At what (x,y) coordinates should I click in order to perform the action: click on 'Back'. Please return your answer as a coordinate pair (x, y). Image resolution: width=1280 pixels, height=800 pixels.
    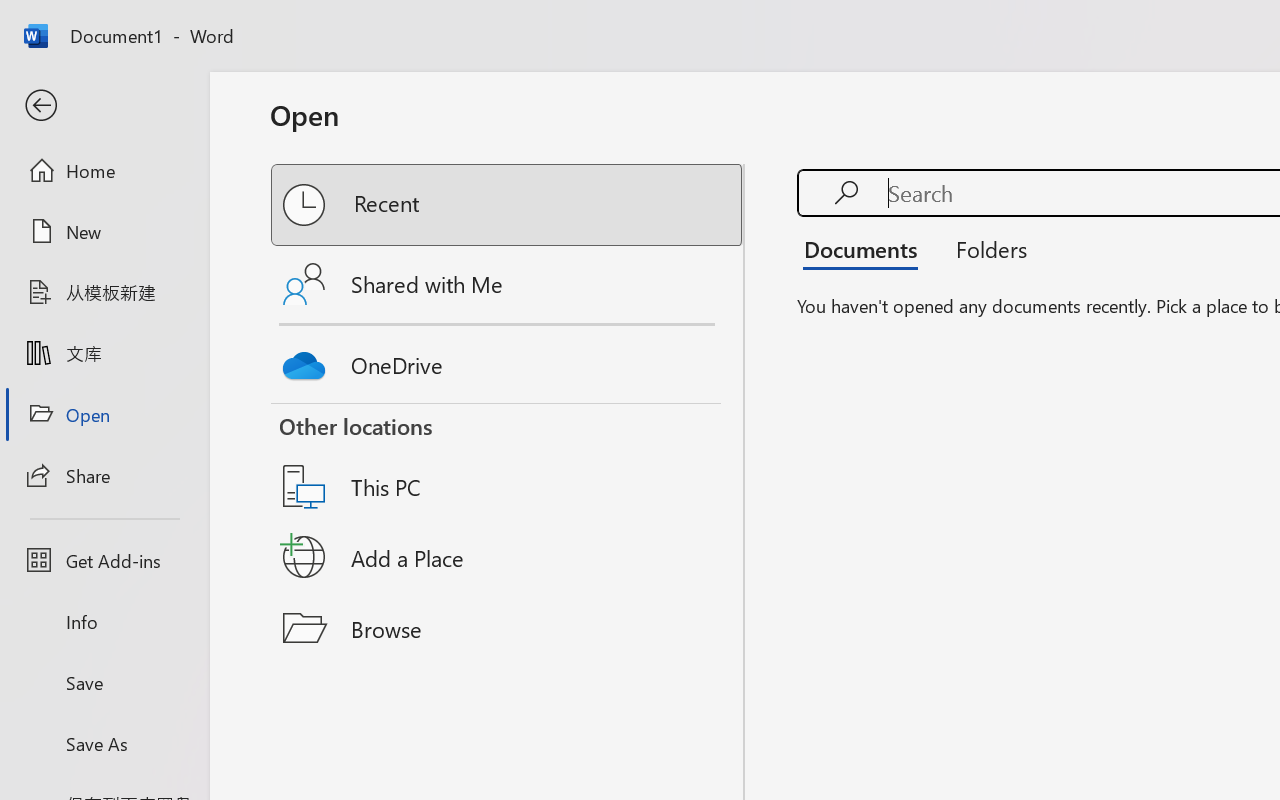
    Looking at the image, I should click on (103, 105).